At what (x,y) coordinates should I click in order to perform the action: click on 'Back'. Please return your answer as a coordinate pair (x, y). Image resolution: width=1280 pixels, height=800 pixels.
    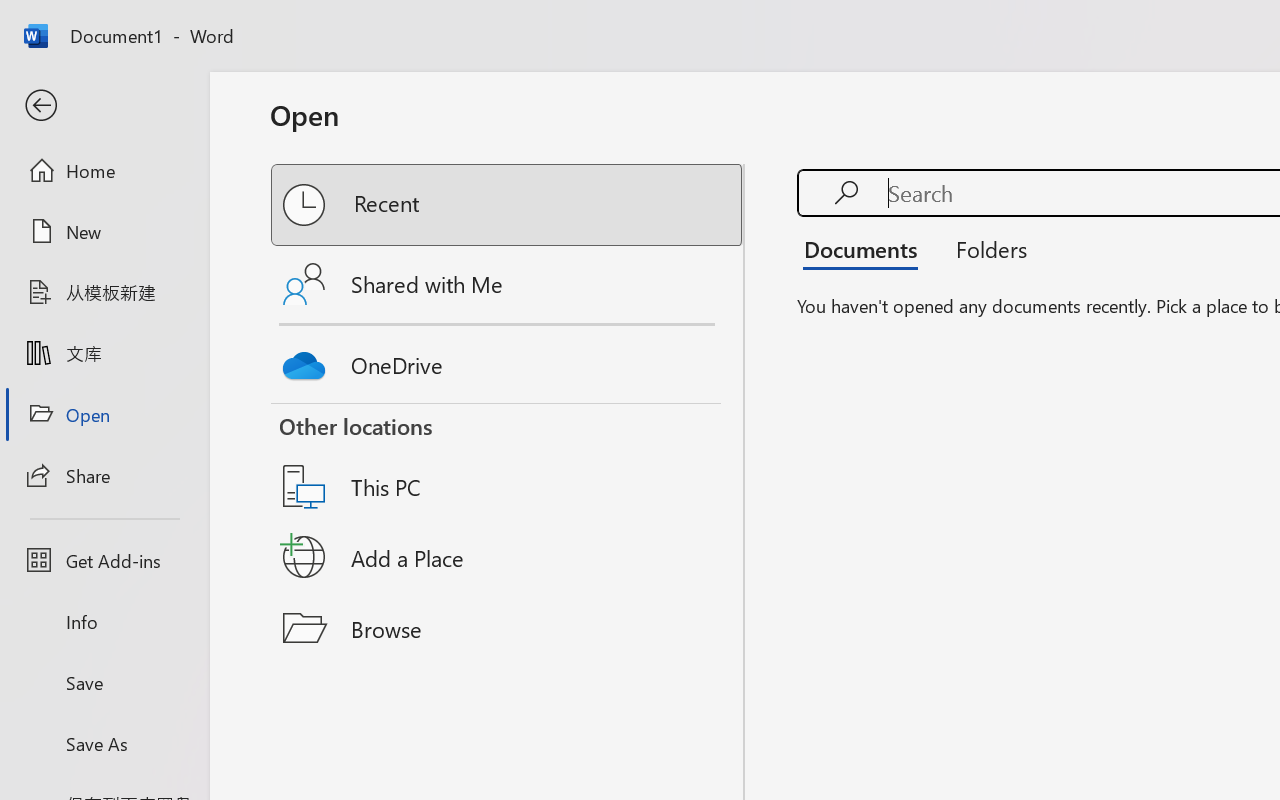
    Looking at the image, I should click on (103, 105).